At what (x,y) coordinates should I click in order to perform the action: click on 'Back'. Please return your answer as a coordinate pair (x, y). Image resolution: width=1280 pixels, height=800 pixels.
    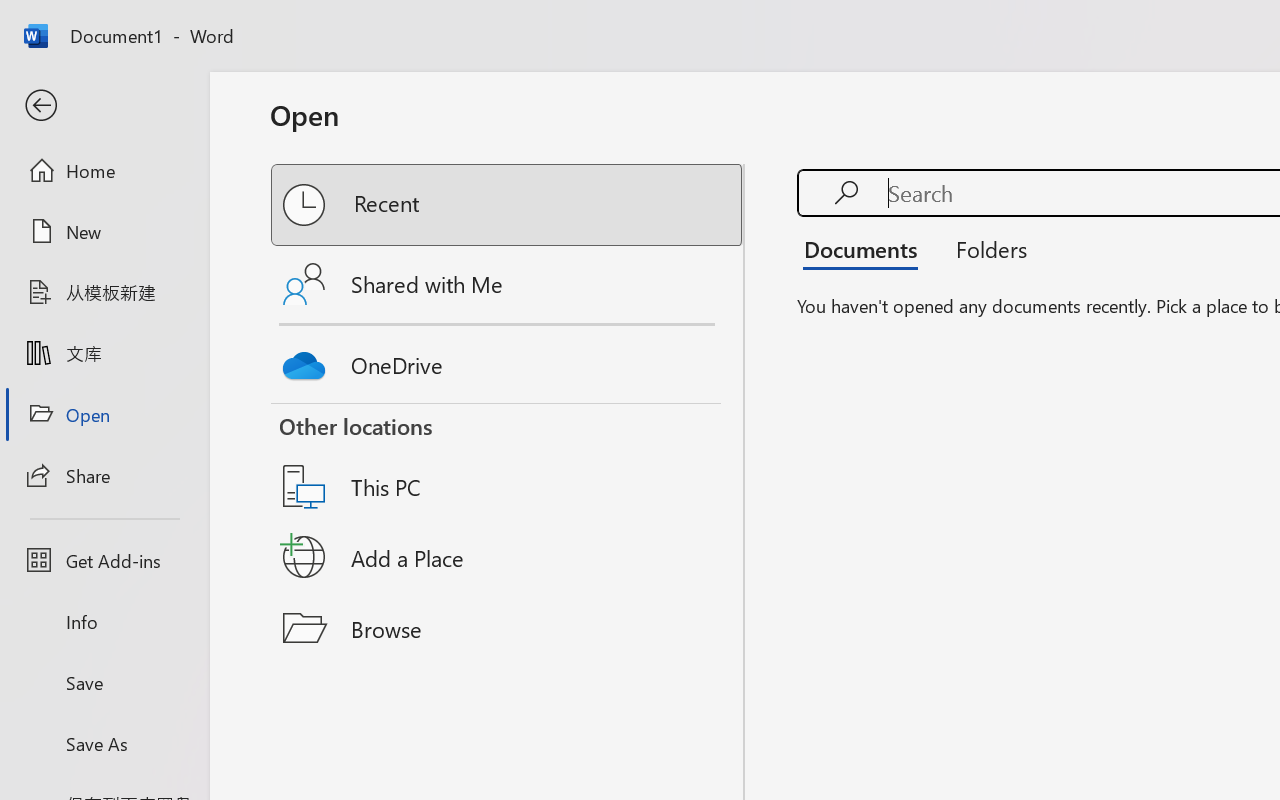
    Looking at the image, I should click on (103, 105).